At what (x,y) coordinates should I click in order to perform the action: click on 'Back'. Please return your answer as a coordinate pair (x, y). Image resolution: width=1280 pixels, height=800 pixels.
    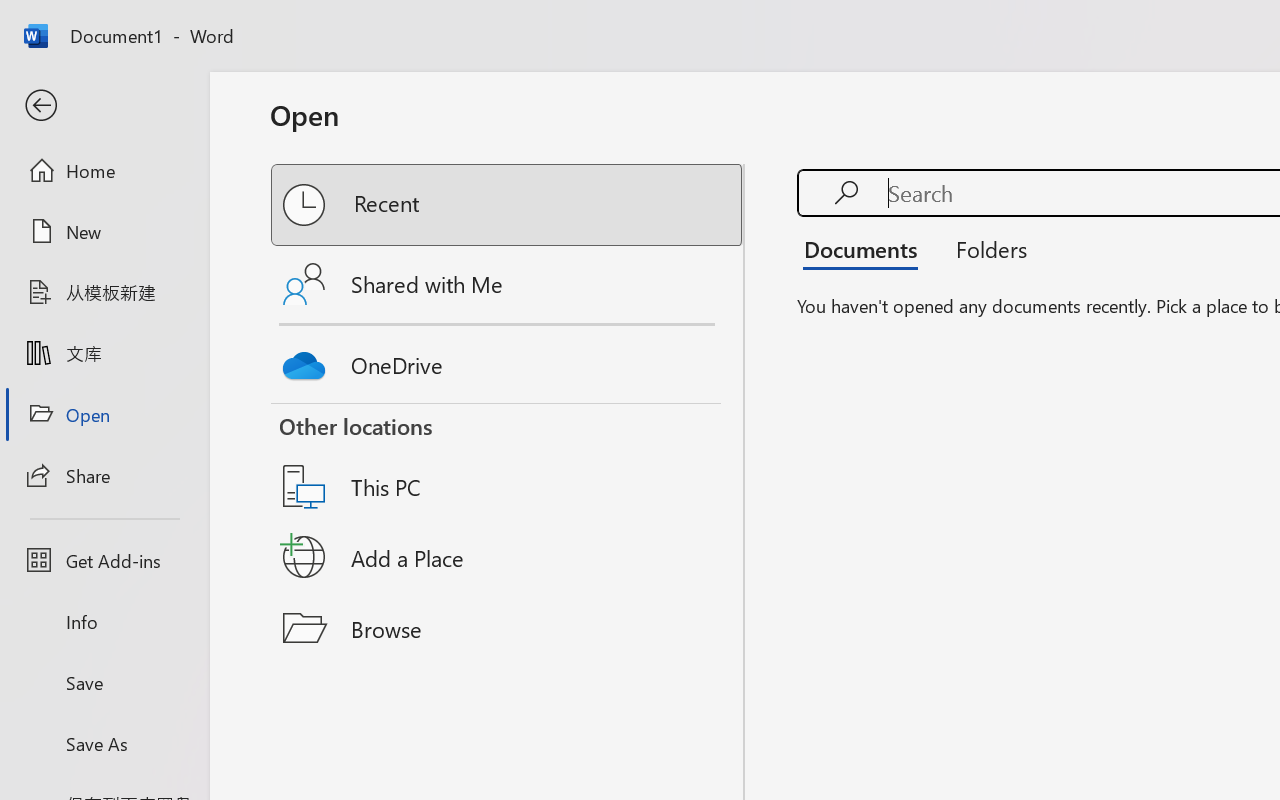
    Looking at the image, I should click on (103, 105).